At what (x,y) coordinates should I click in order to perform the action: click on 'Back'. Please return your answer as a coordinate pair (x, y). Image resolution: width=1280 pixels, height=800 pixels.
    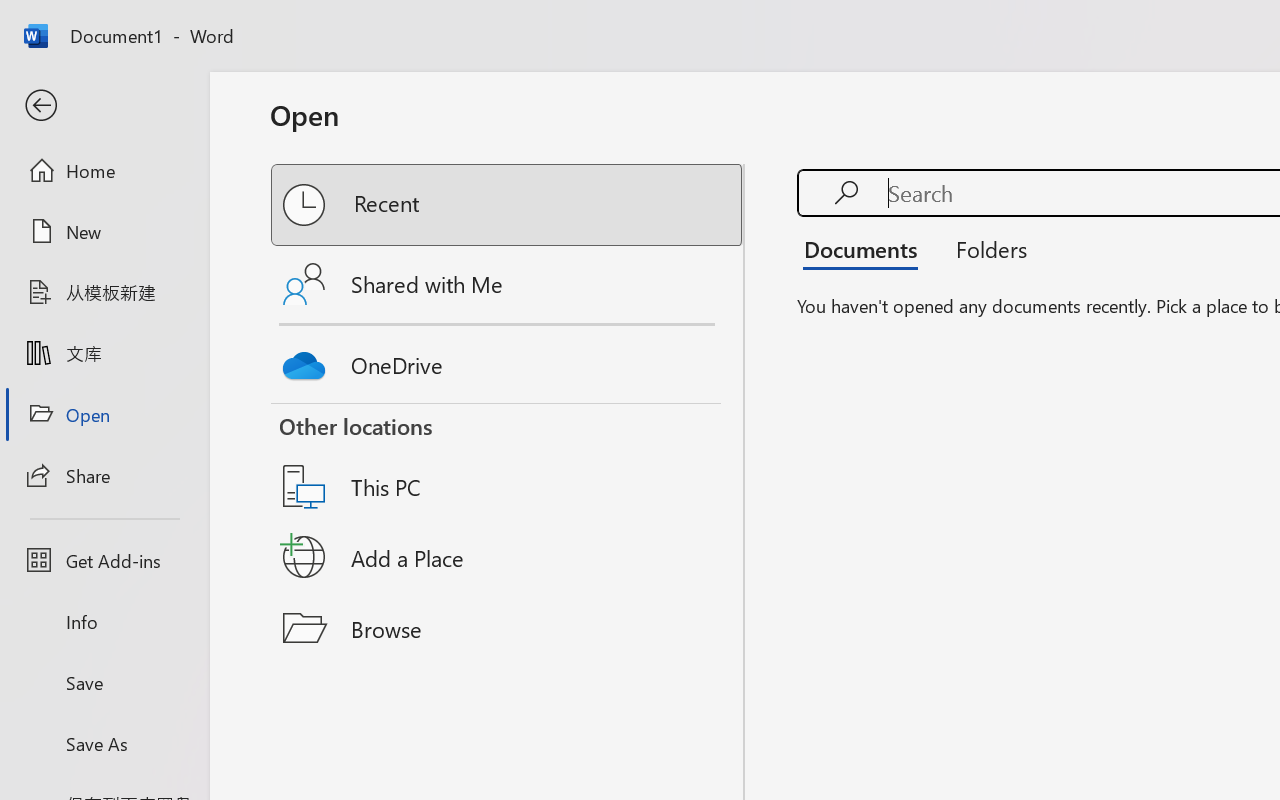
    Looking at the image, I should click on (103, 105).